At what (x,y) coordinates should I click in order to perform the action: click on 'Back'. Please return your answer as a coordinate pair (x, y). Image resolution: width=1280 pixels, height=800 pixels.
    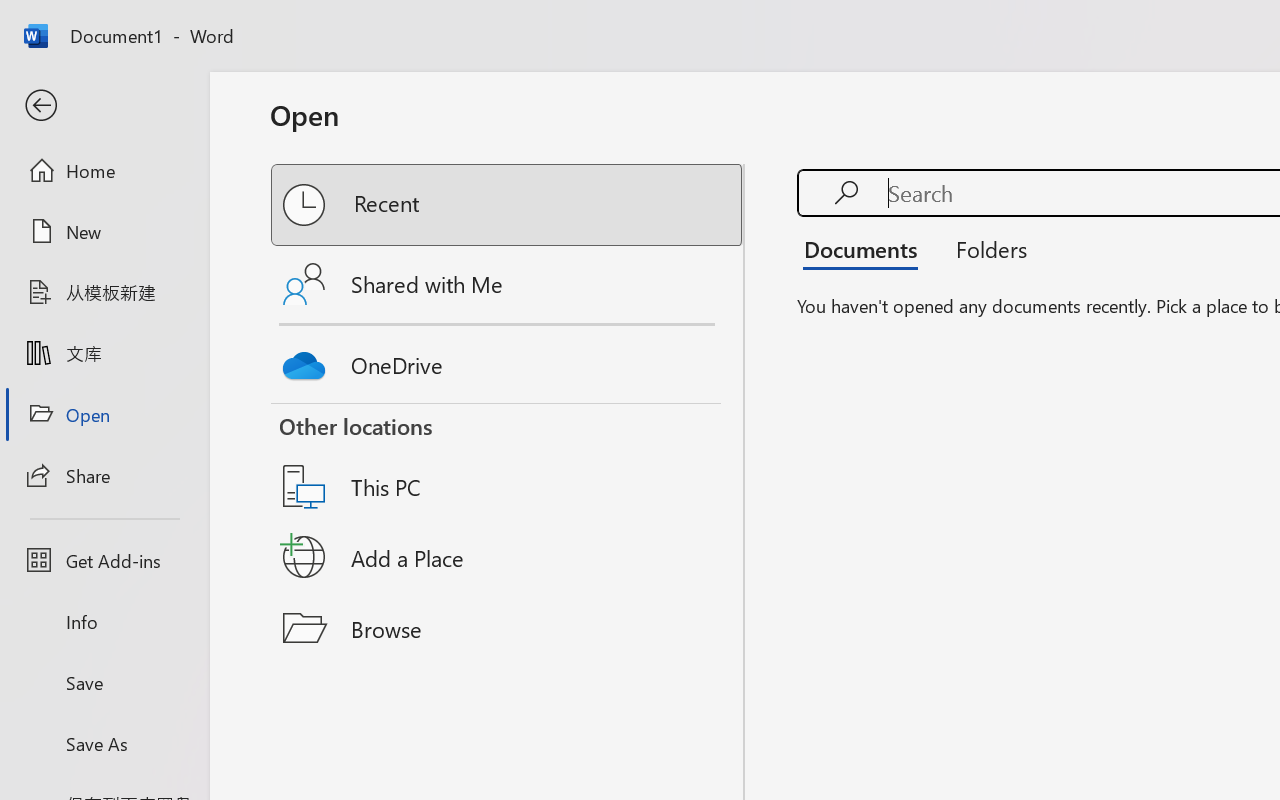
    Looking at the image, I should click on (103, 105).